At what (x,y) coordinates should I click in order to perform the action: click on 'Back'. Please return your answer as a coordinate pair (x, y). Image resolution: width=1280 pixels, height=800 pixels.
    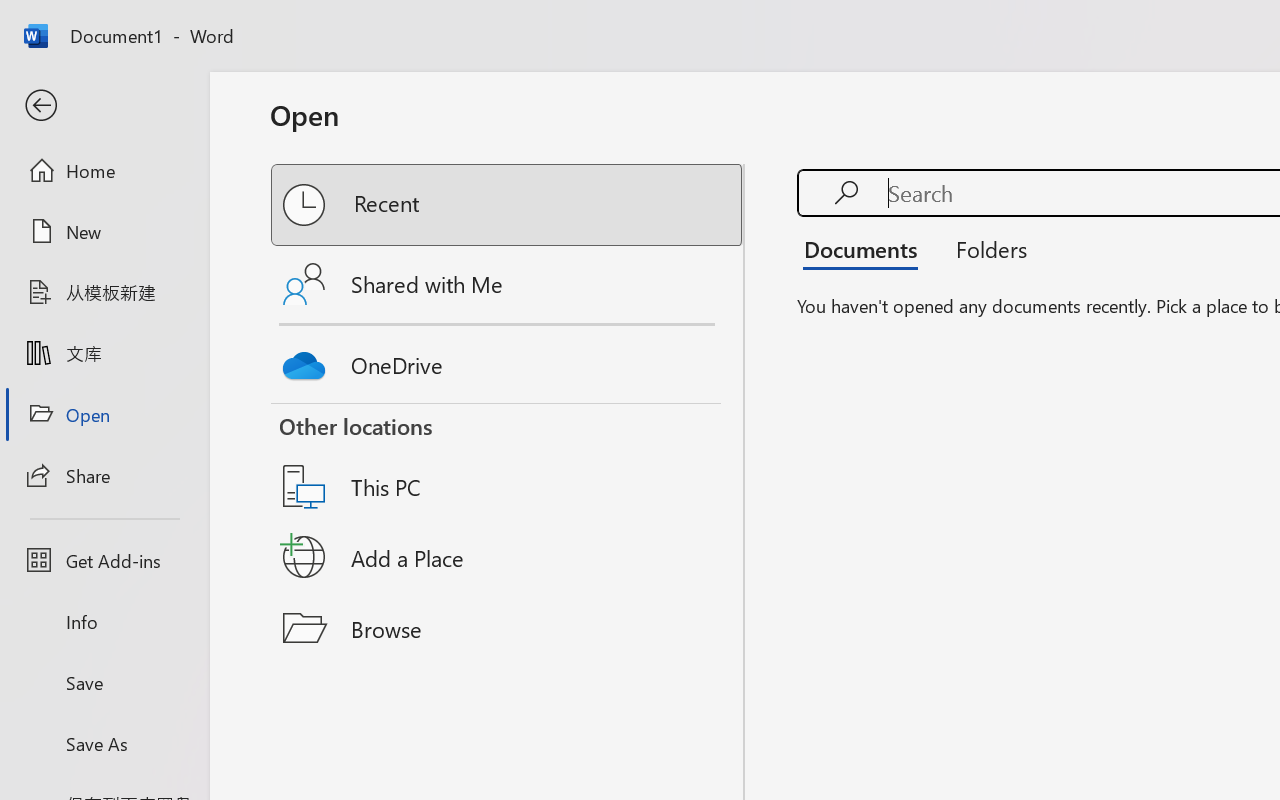
    Looking at the image, I should click on (103, 105).